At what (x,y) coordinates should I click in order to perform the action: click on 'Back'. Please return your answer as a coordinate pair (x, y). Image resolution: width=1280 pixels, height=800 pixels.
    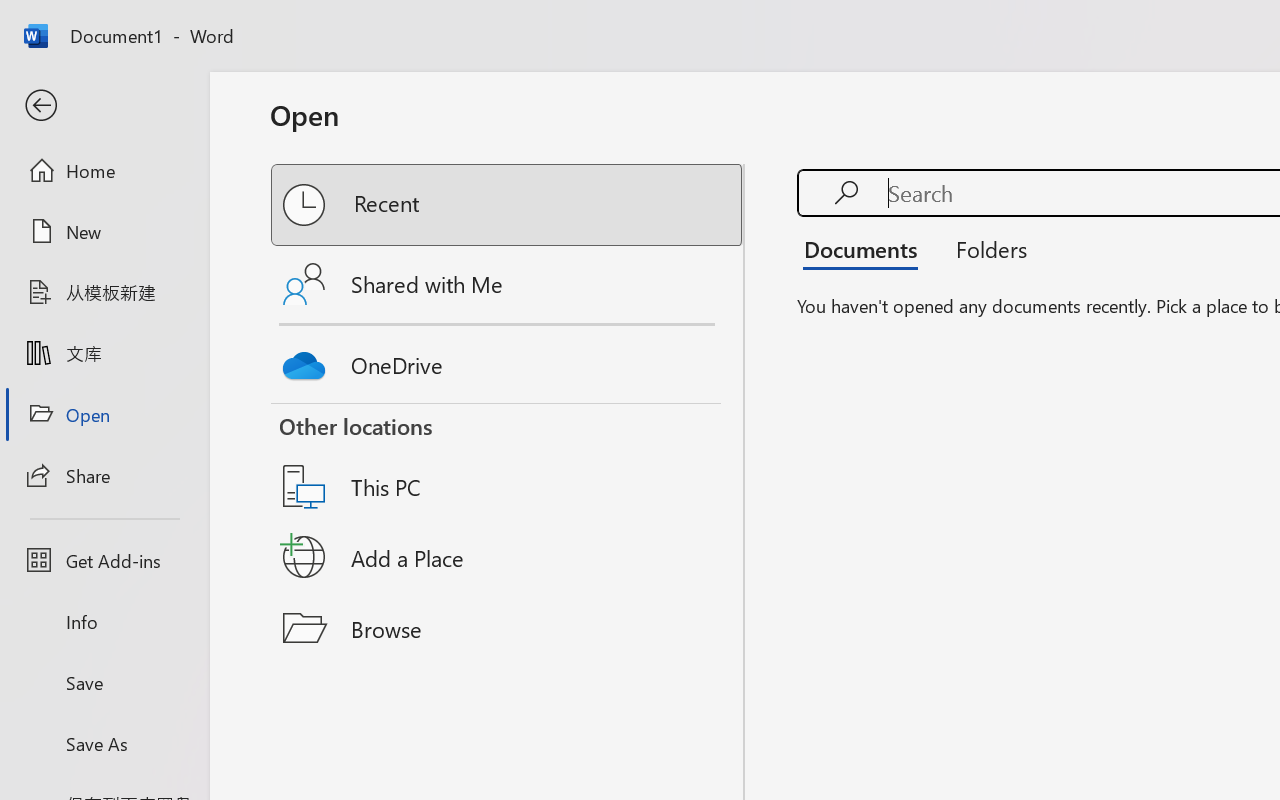
    Looking at the image, I should click on (103, 105).